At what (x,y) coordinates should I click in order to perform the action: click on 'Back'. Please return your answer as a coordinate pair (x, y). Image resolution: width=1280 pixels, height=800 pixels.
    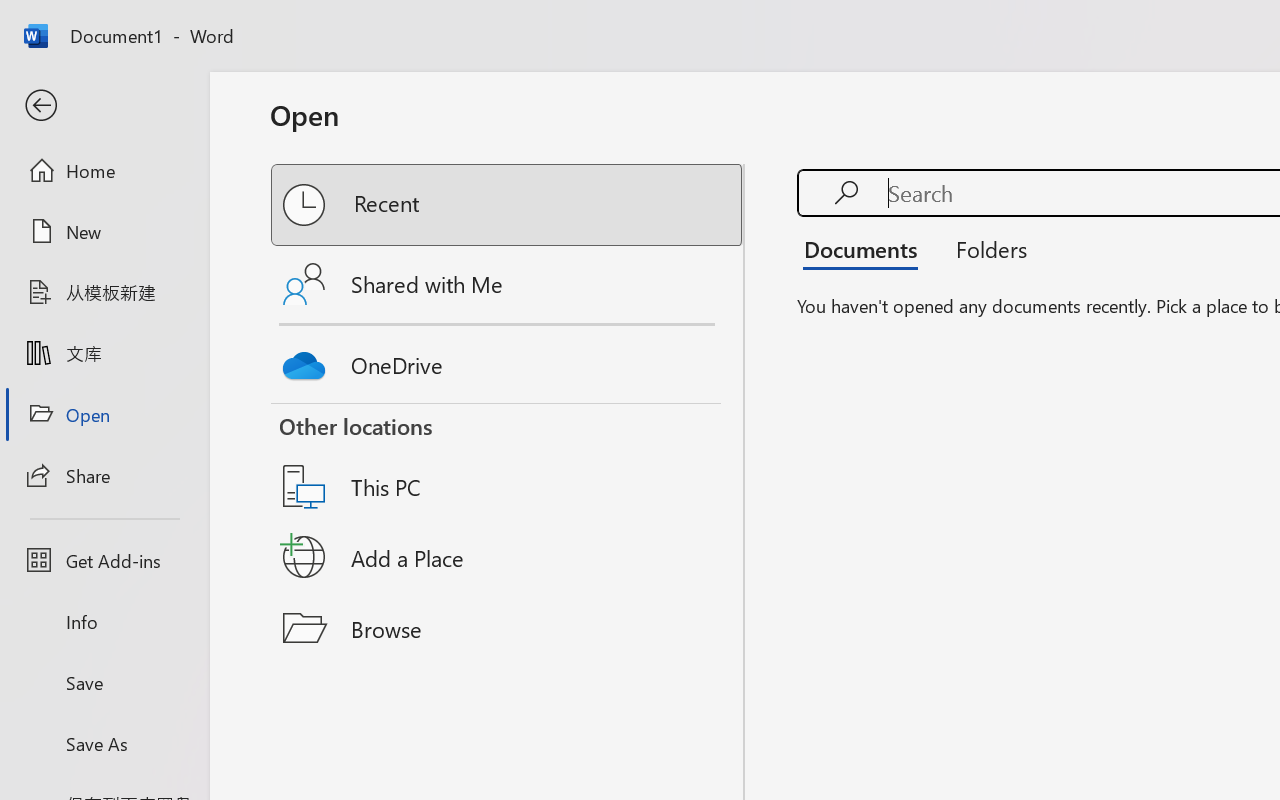
    Looking at the image, I should click on (103, 105).